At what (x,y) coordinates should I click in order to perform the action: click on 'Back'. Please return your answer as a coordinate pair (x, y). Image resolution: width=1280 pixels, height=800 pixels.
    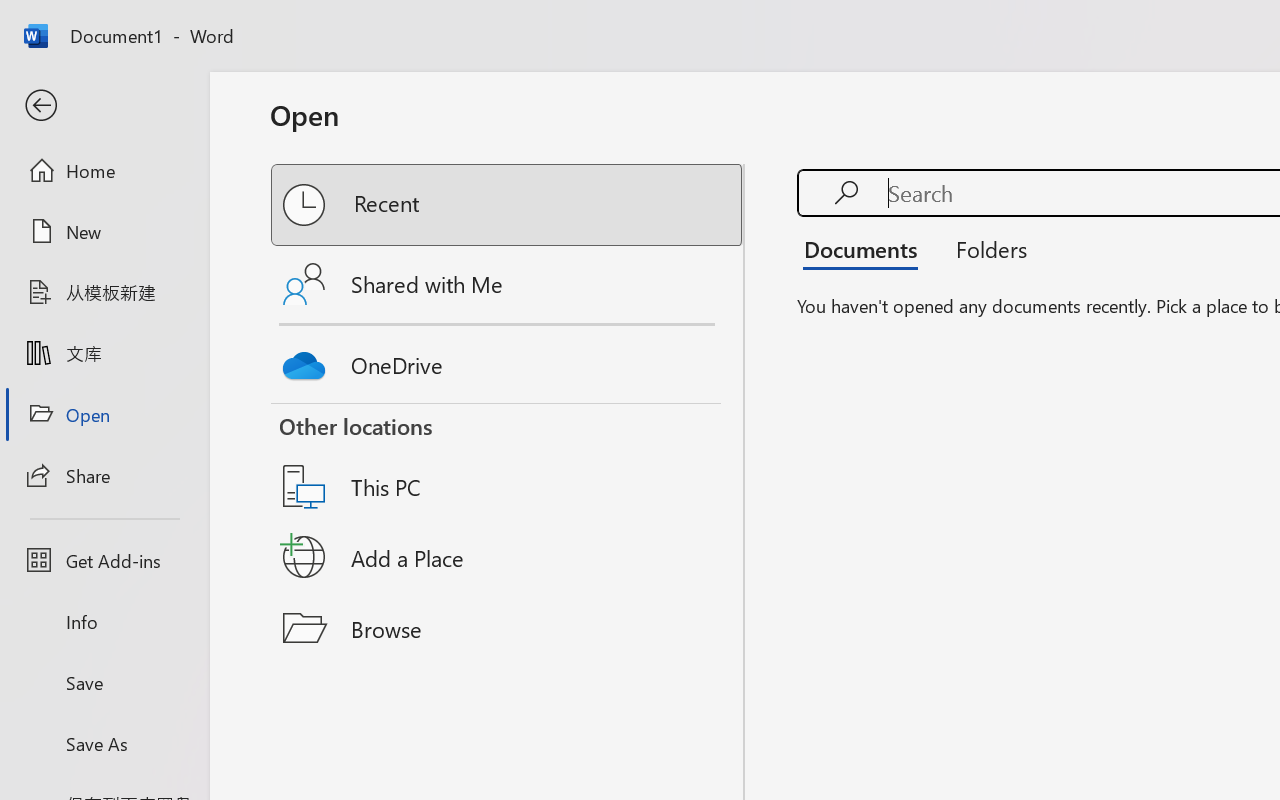
    Looking at the image, I should click on (103, 105).